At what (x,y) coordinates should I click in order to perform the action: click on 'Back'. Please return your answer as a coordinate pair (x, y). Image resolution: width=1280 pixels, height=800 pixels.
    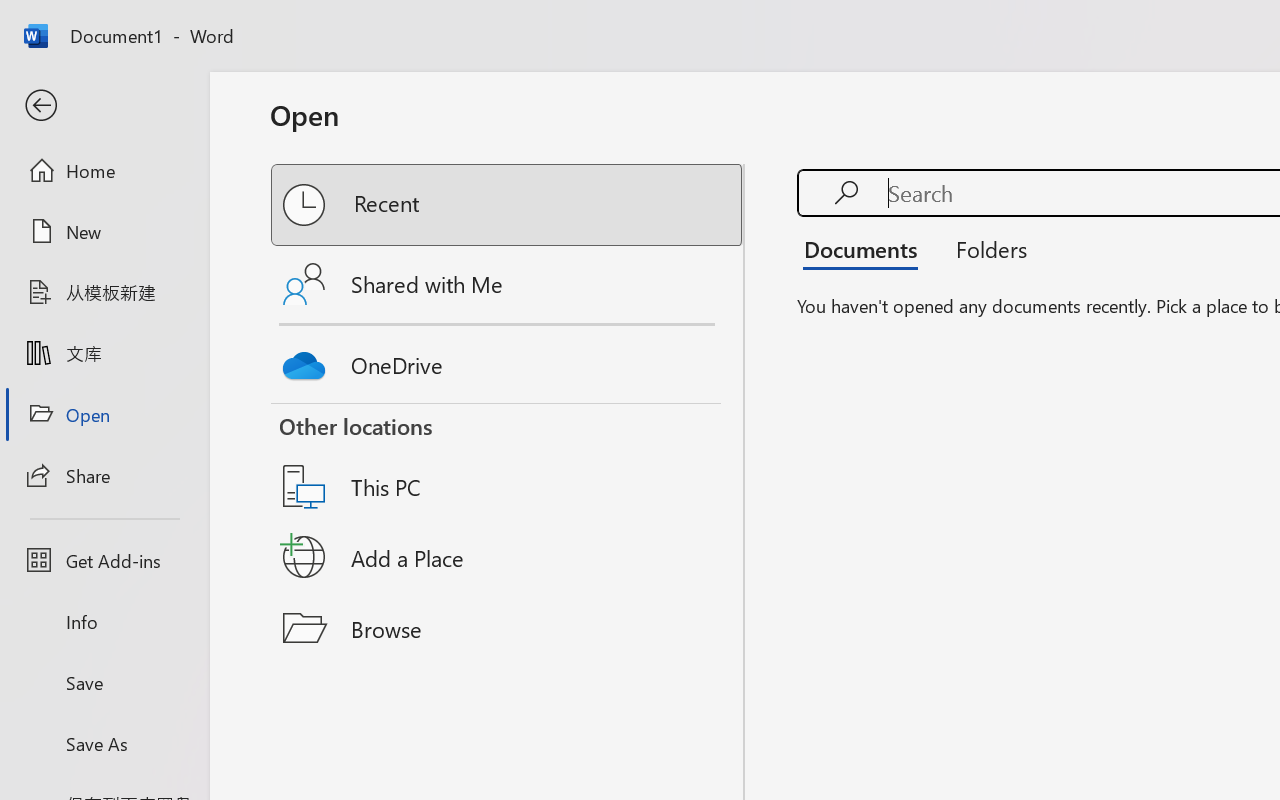
    Looking at the image, I should click on (103, 105).